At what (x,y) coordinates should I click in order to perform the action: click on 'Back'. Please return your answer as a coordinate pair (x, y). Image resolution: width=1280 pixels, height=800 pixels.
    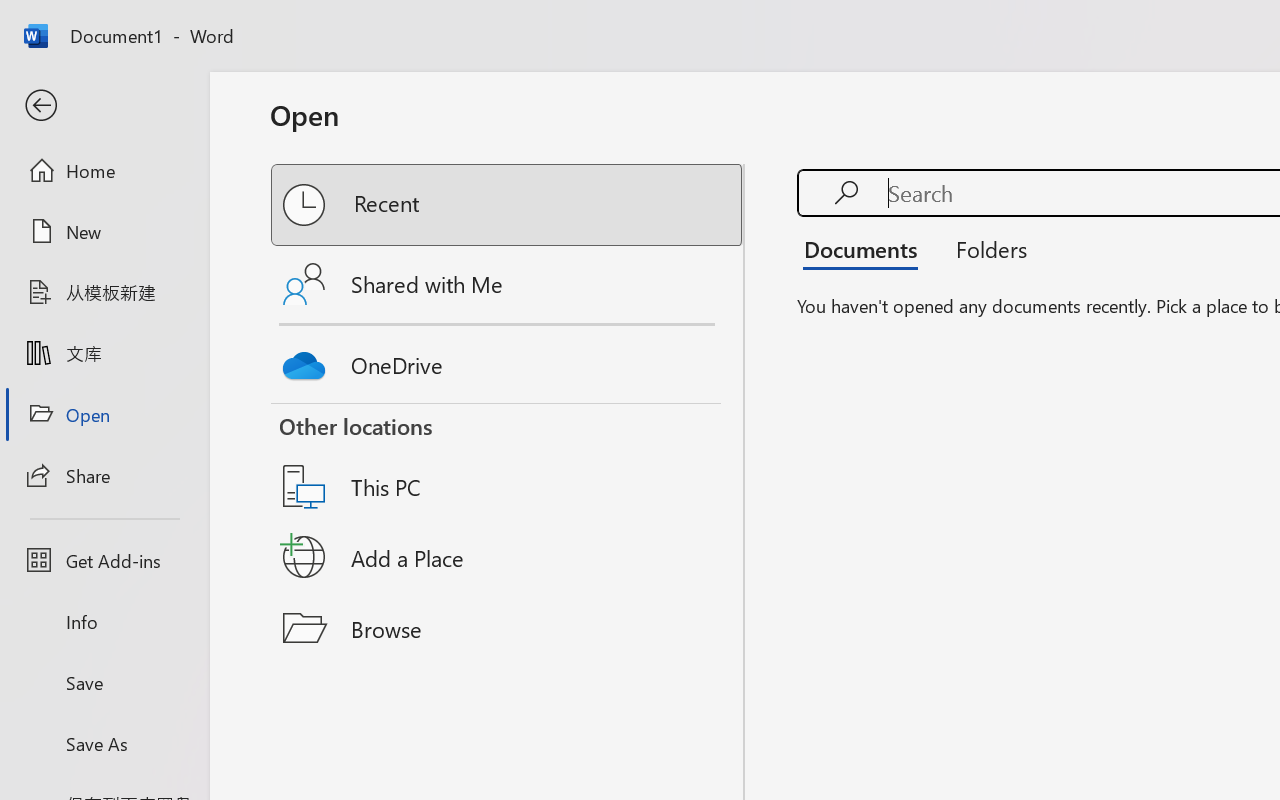
    Looking at the image, I should click on (103, 105).